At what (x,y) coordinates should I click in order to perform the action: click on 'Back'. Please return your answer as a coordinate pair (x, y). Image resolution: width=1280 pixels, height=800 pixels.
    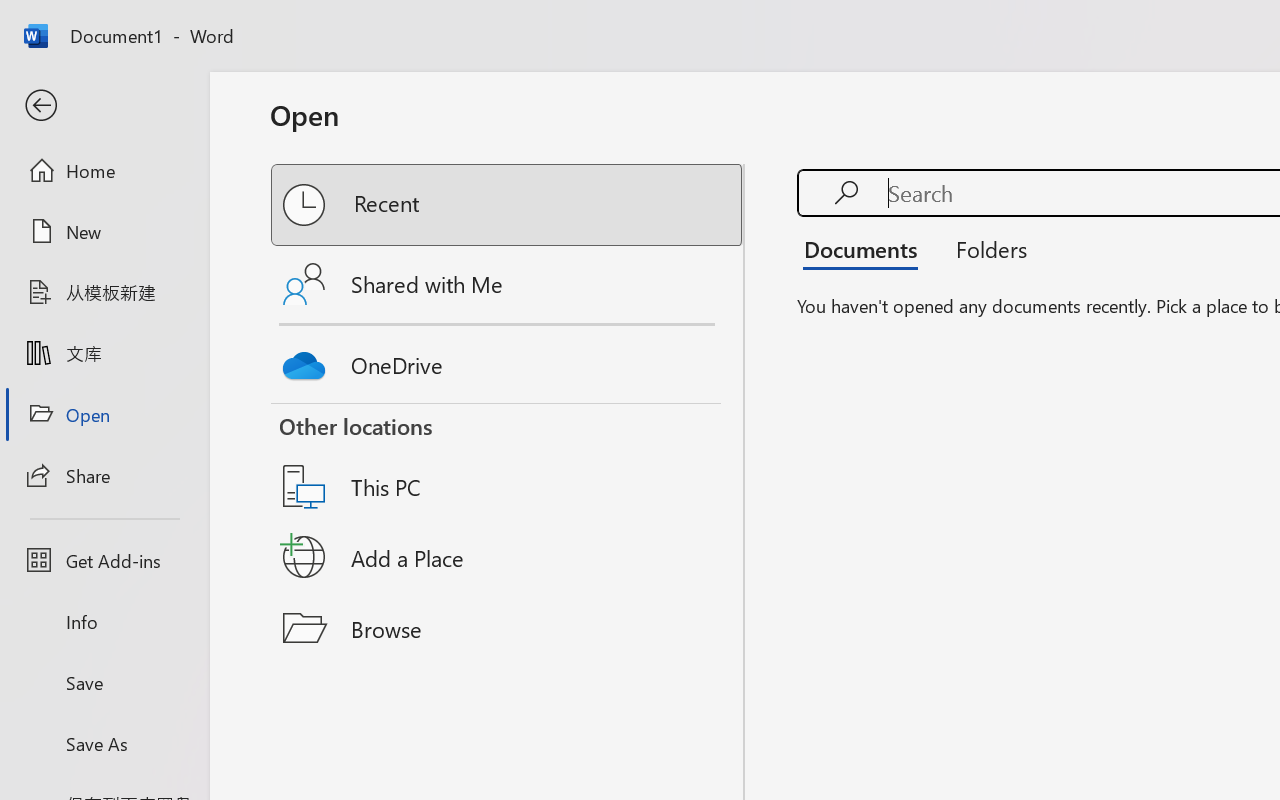
    Looking at the image, I should click on (103, 105).